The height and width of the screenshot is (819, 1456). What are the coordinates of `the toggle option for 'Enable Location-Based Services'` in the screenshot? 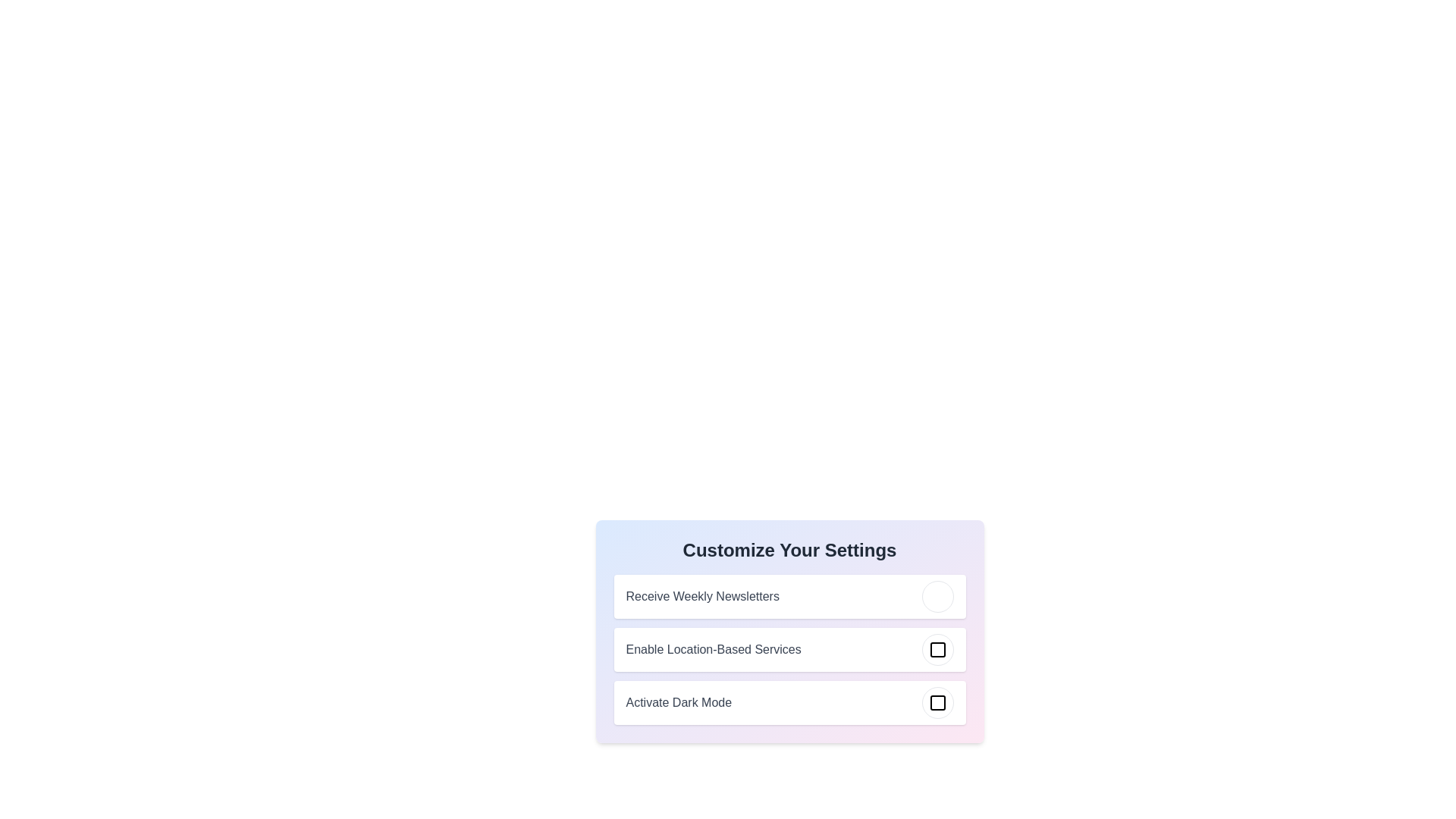 It's located at (789, 632).